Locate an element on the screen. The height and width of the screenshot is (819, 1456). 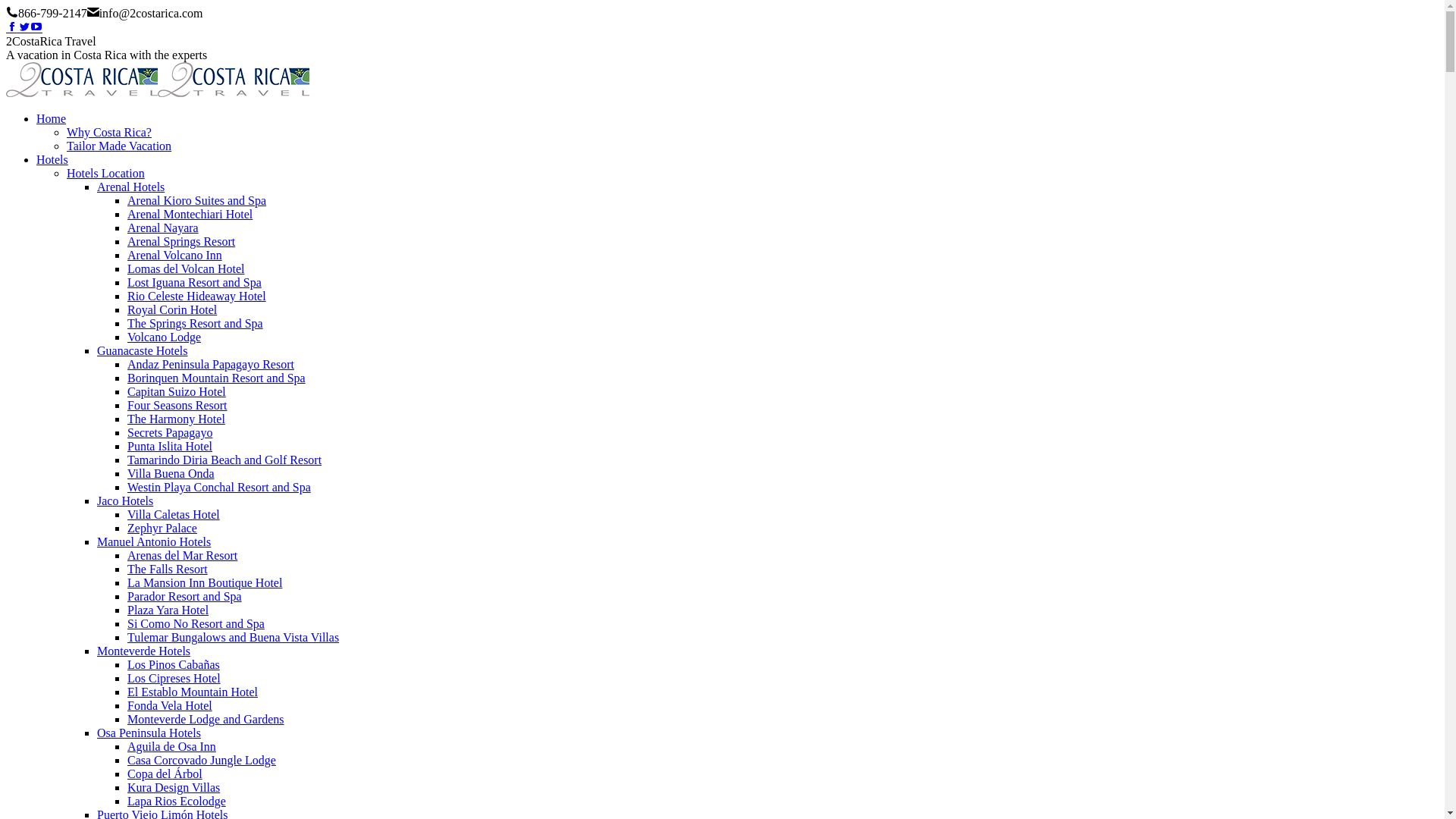
'Arenal Springs Resort' is located at coordinates (181, 240).